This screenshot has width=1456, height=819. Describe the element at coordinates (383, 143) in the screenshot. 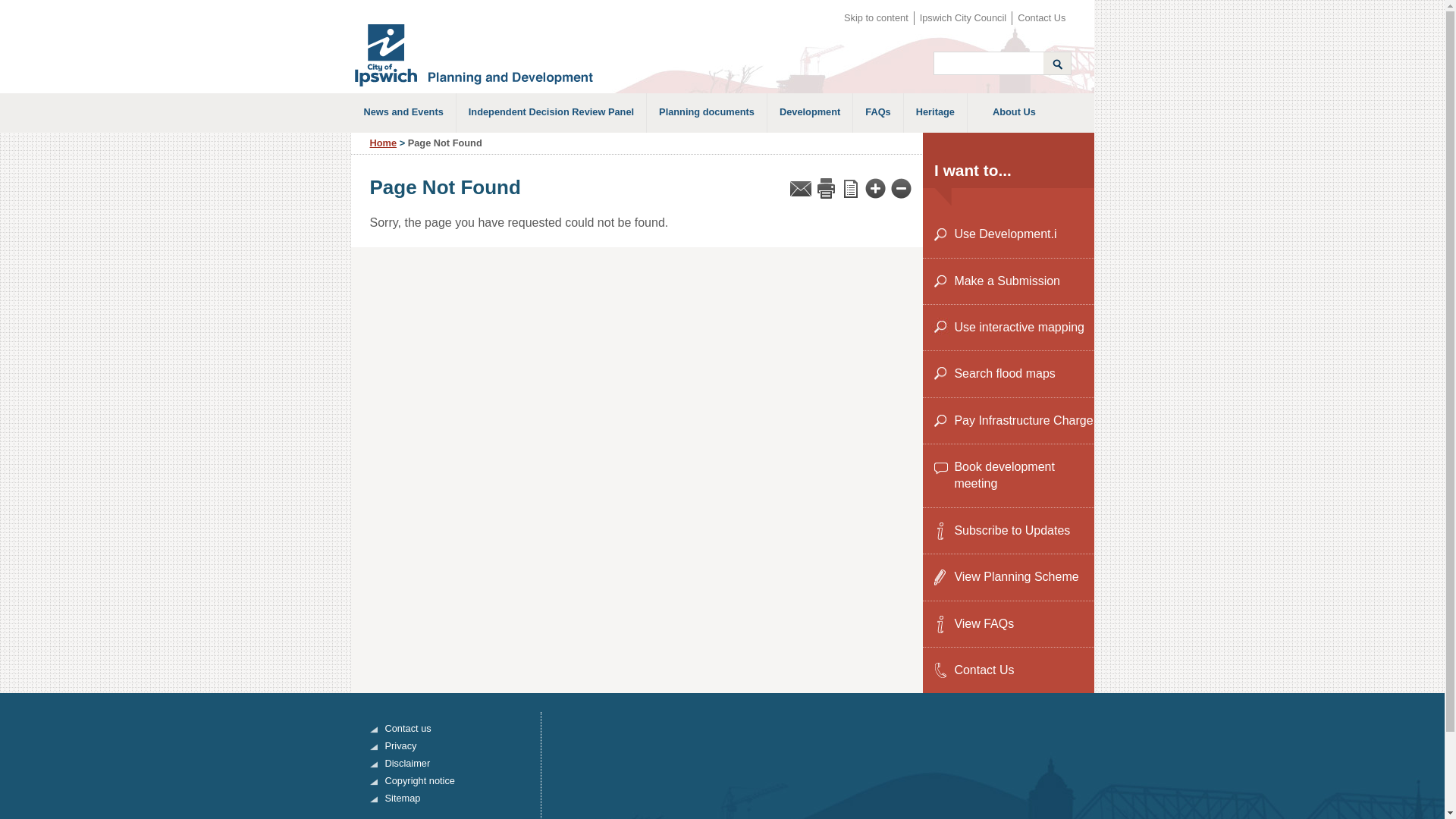

I see `'Home'` at that location.